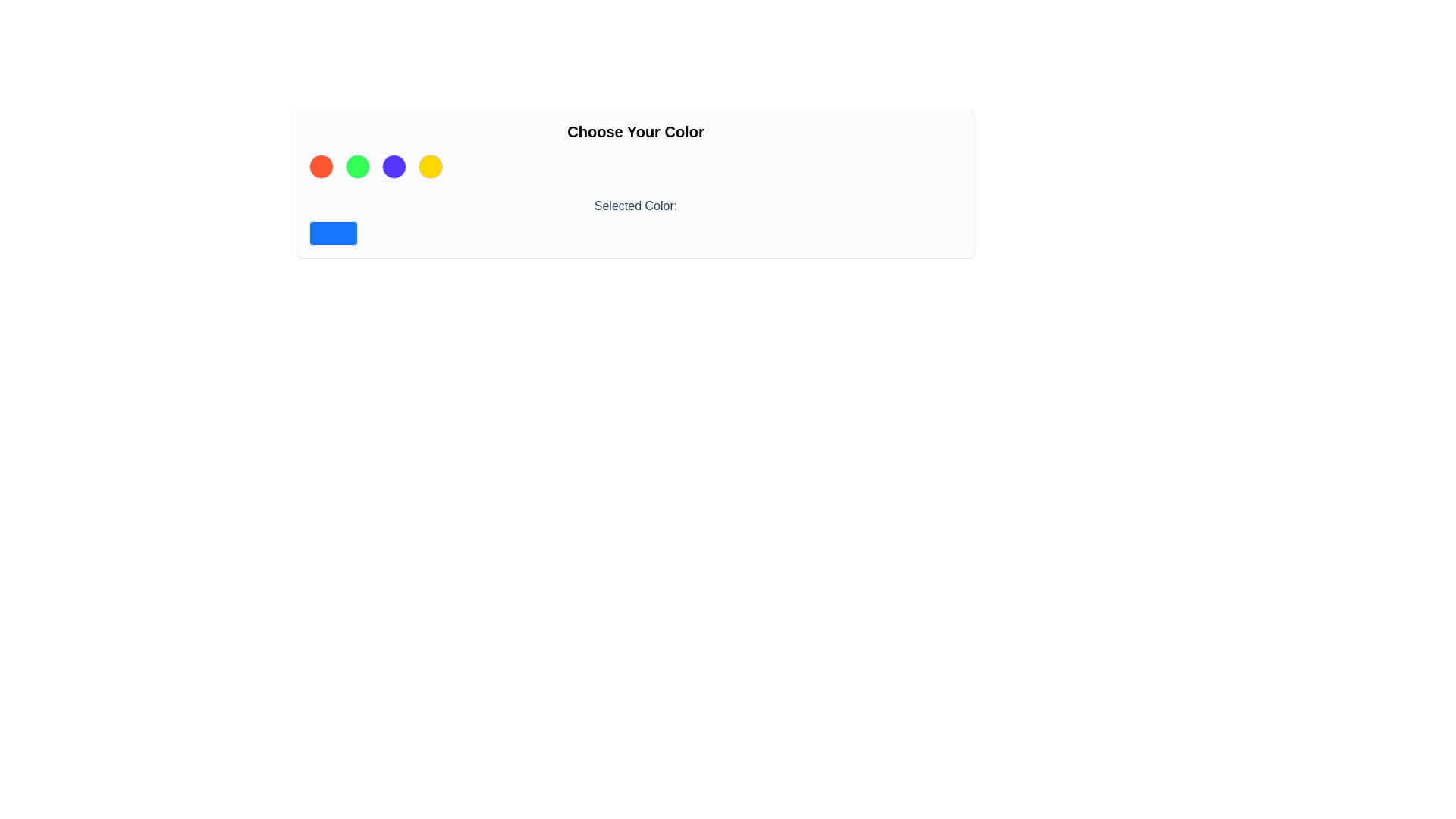 The height and width of the screenshot is (819, 1456). I want to click on the third circle in a horizontal row of four colored circles, so click(394, 166).